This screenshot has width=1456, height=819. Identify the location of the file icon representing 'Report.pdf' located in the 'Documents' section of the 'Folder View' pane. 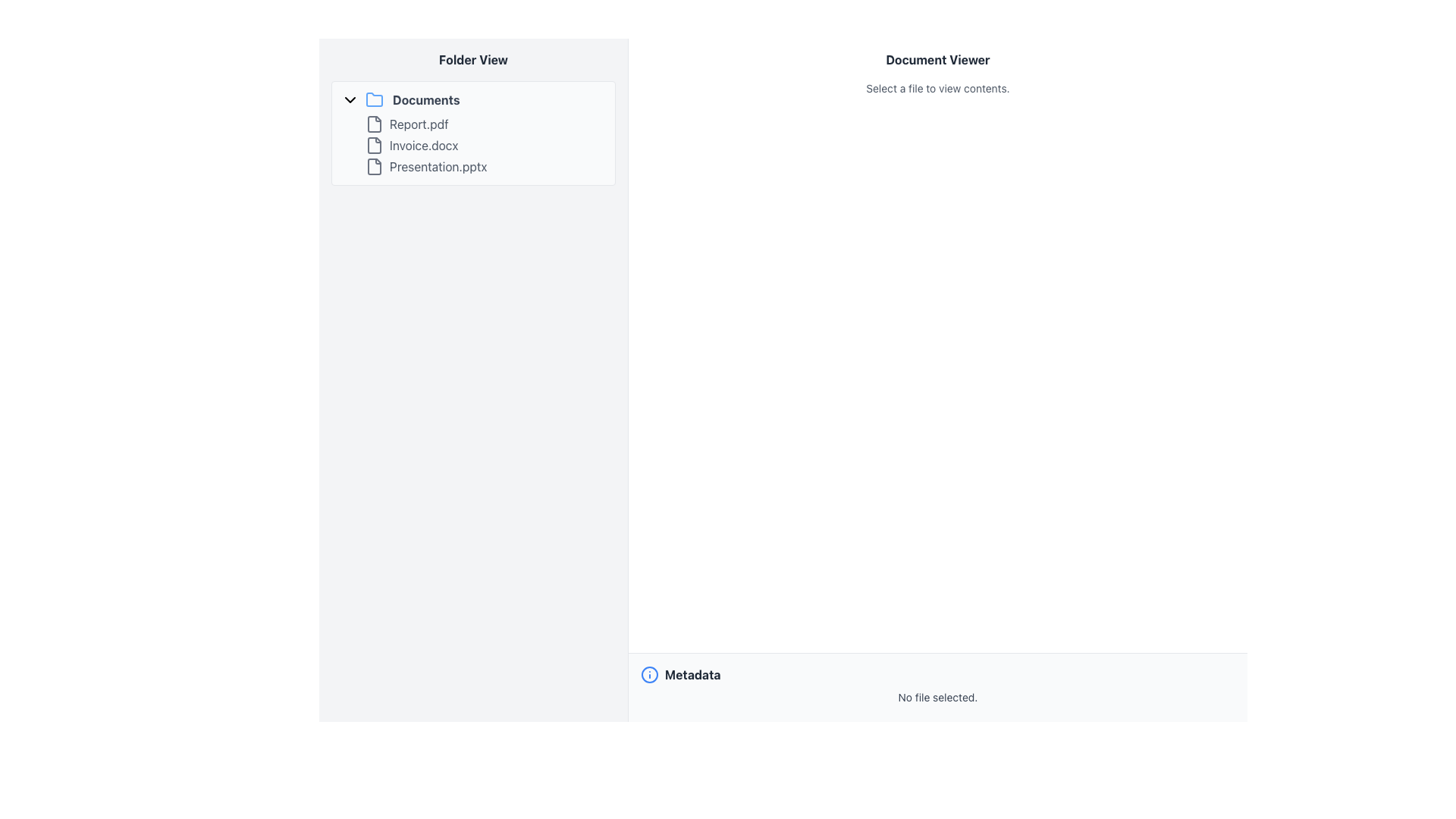
(375, 124).